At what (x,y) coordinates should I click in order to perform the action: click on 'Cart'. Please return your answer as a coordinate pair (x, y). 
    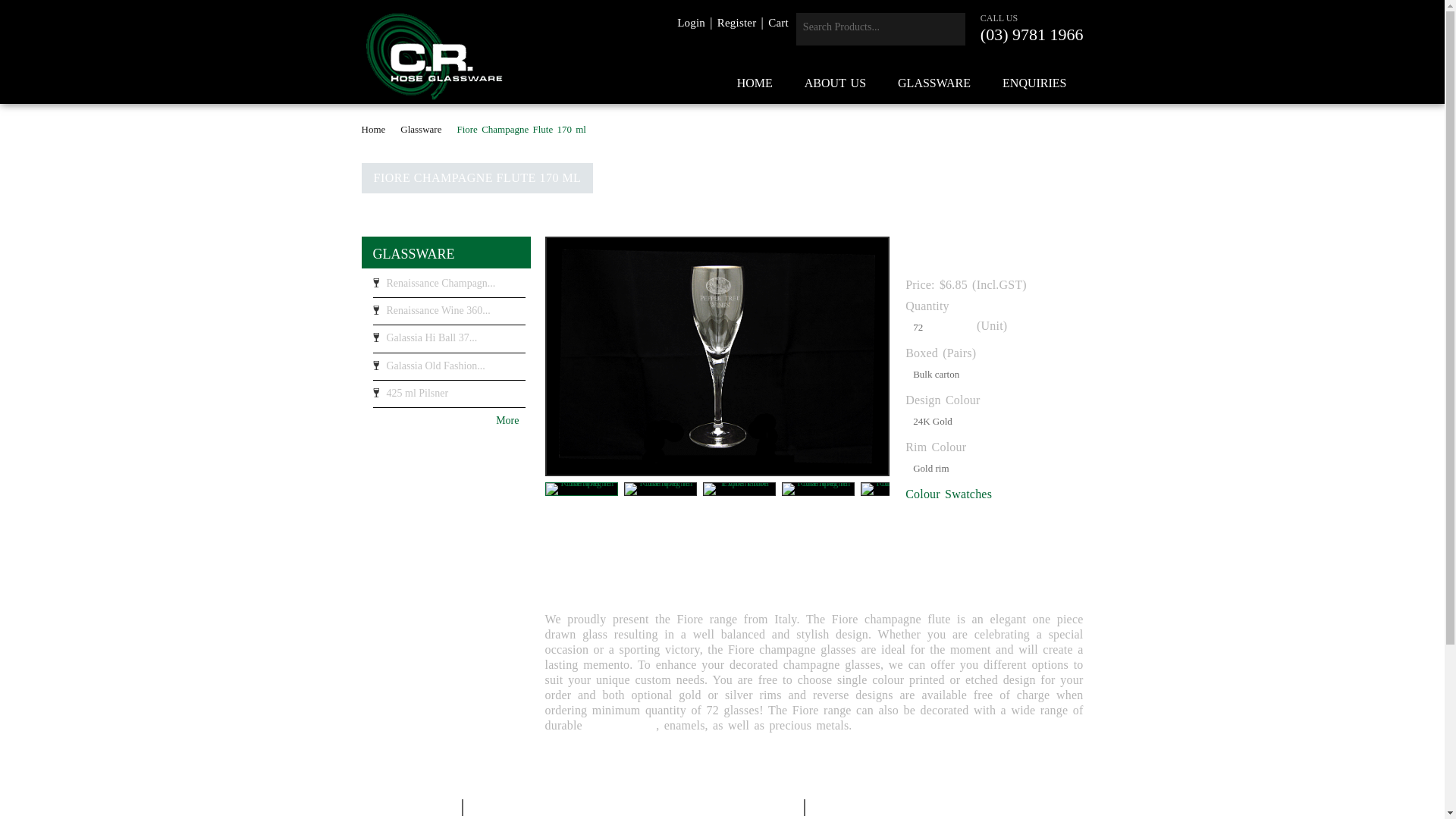
    Looking at the image, I should click on (778, 23).